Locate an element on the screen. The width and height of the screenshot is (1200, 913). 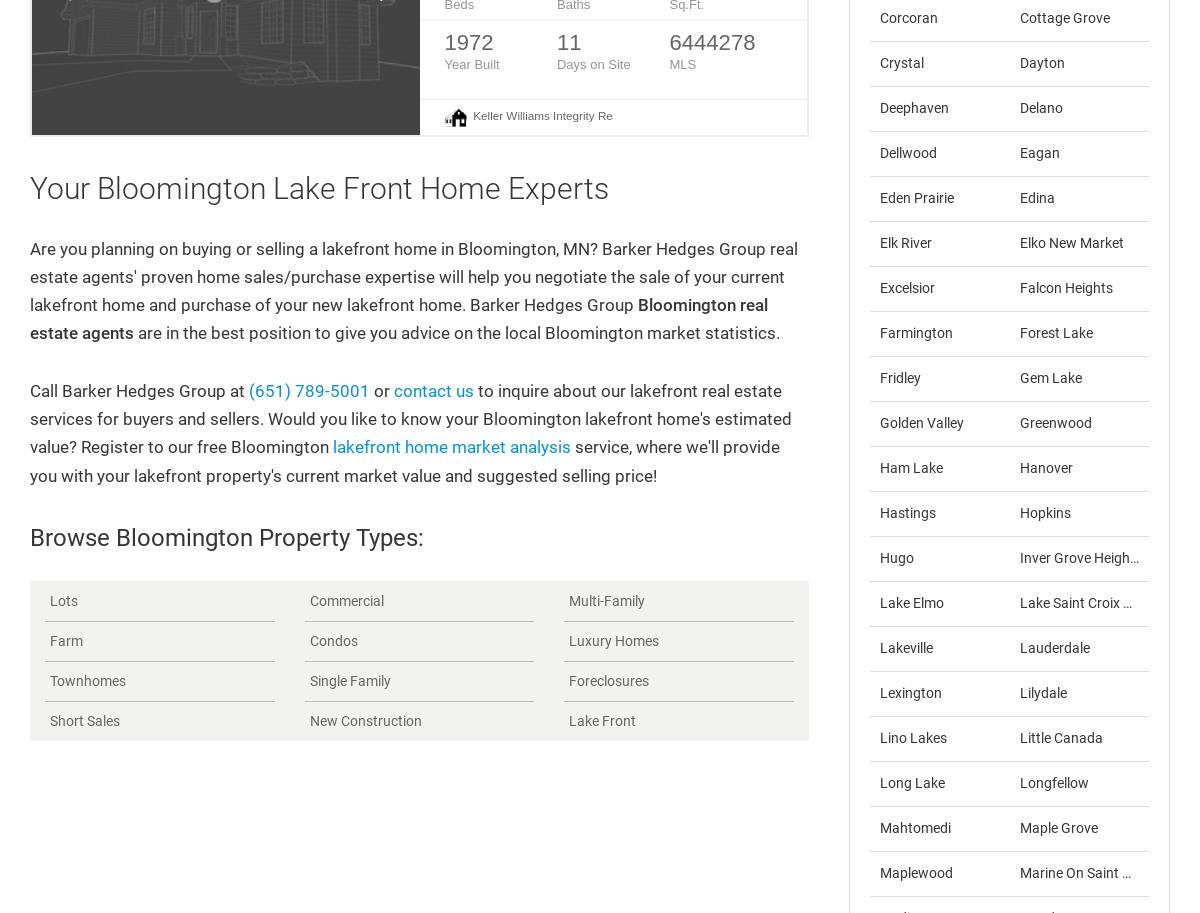
'MLS' is located at coordinates (682, 63).